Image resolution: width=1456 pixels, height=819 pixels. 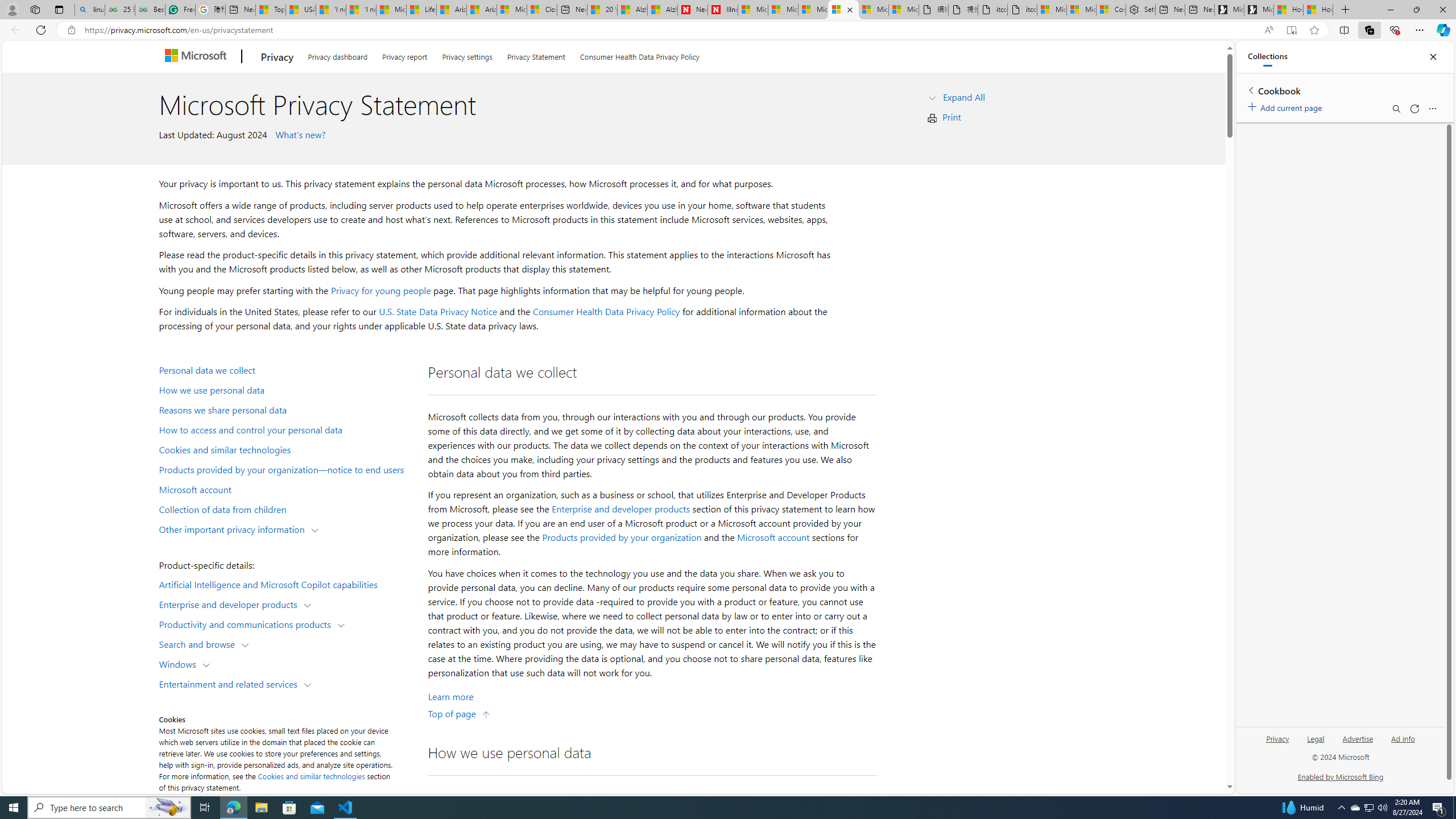 I want to click on 'Privacy report', so click(x=404, y=54).